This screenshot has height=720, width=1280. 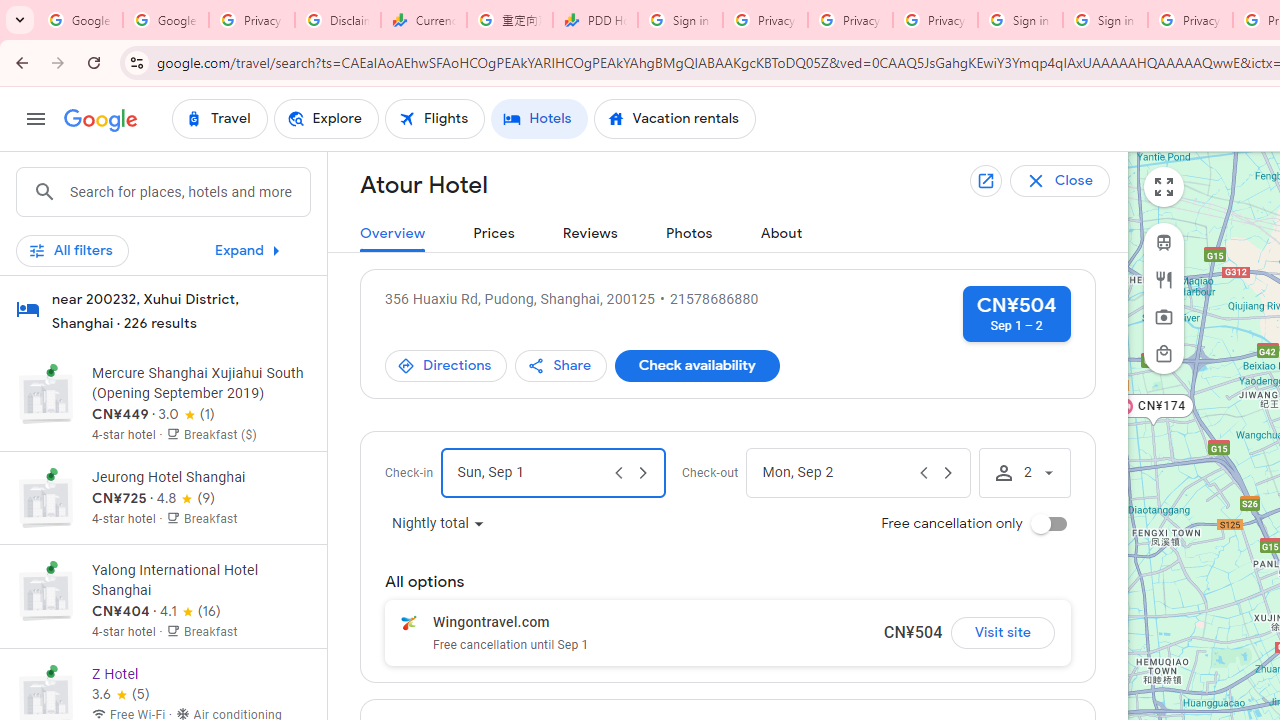 I want to click on 'Check availability', so click(x=696, y=366).